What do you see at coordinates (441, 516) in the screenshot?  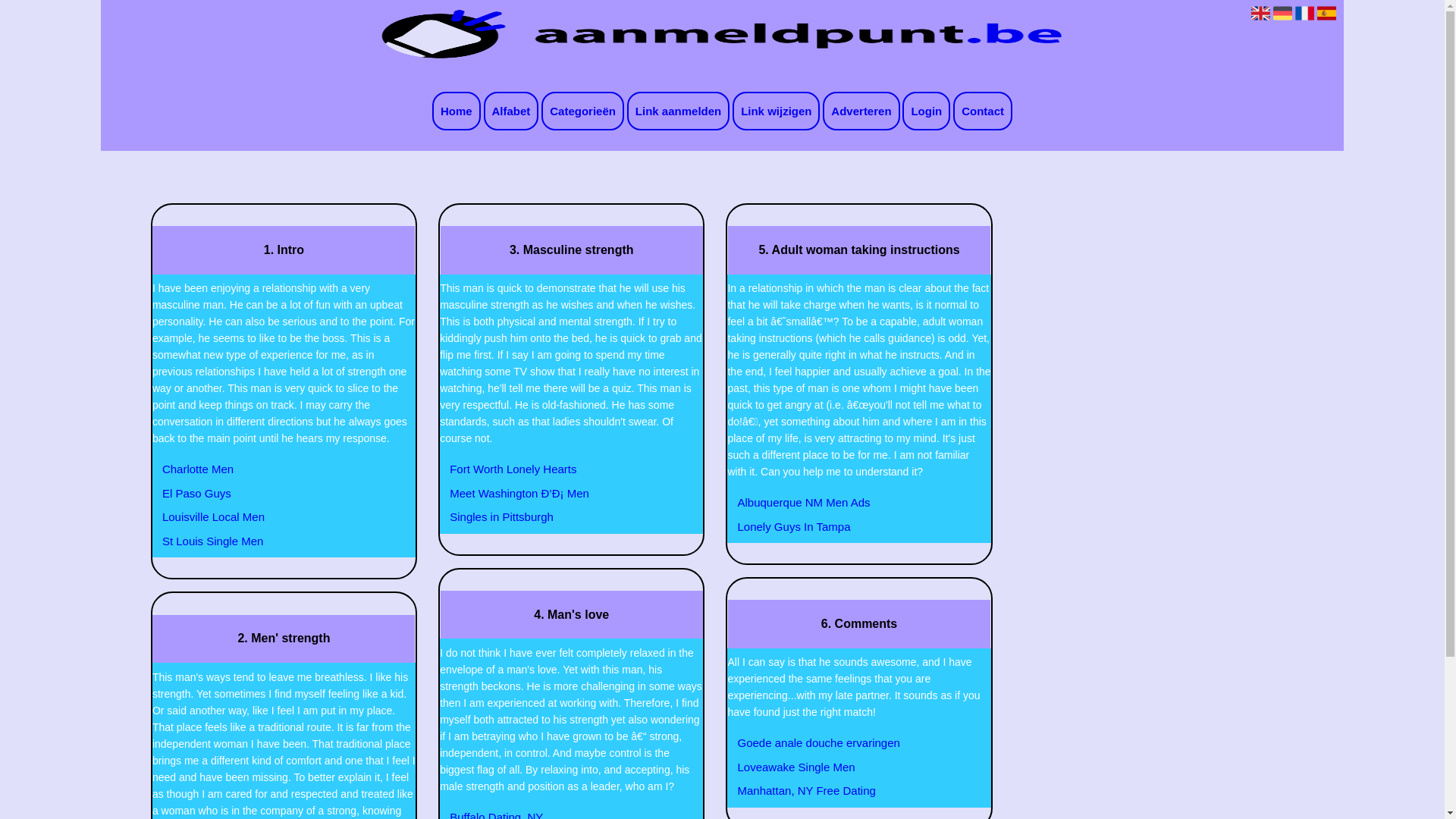 I see `'Singles in Pittsburgh'` at bounding box center [441, 516].